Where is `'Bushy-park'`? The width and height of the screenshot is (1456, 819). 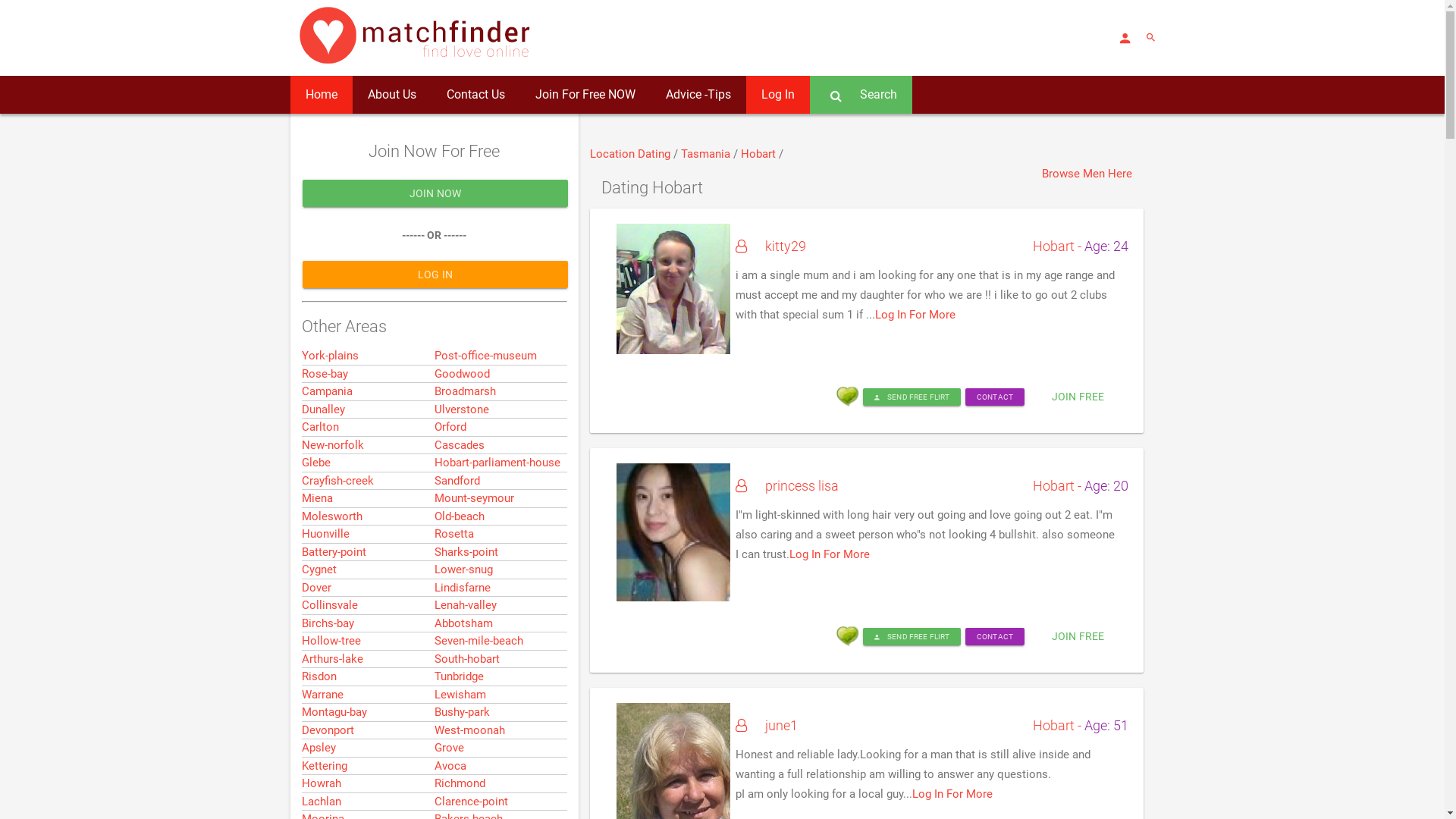
'Bushy-park' is located at coordinates (432, 711).